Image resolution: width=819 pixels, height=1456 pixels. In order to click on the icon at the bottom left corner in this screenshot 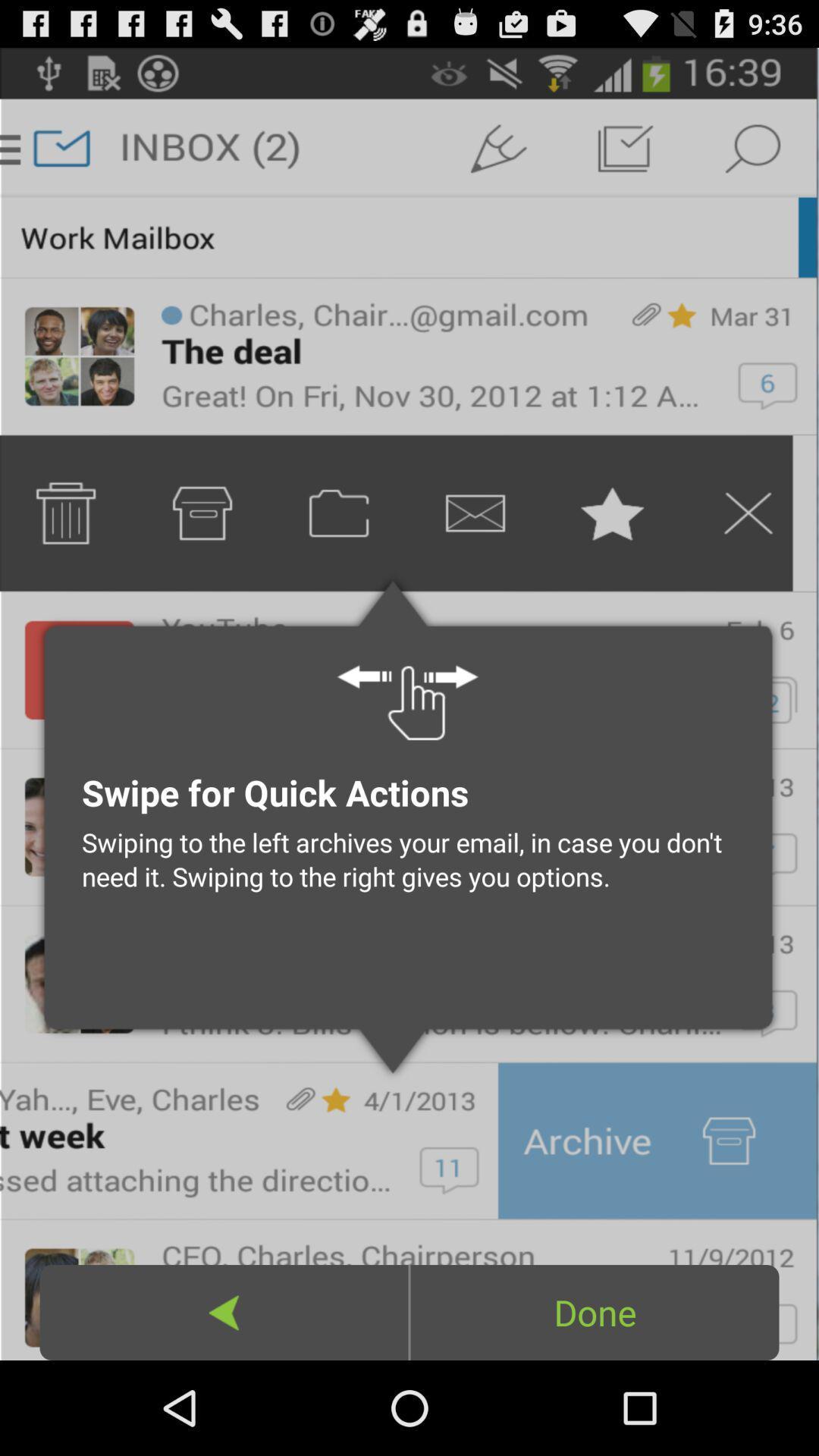, I will do `click(224, 1312)`.